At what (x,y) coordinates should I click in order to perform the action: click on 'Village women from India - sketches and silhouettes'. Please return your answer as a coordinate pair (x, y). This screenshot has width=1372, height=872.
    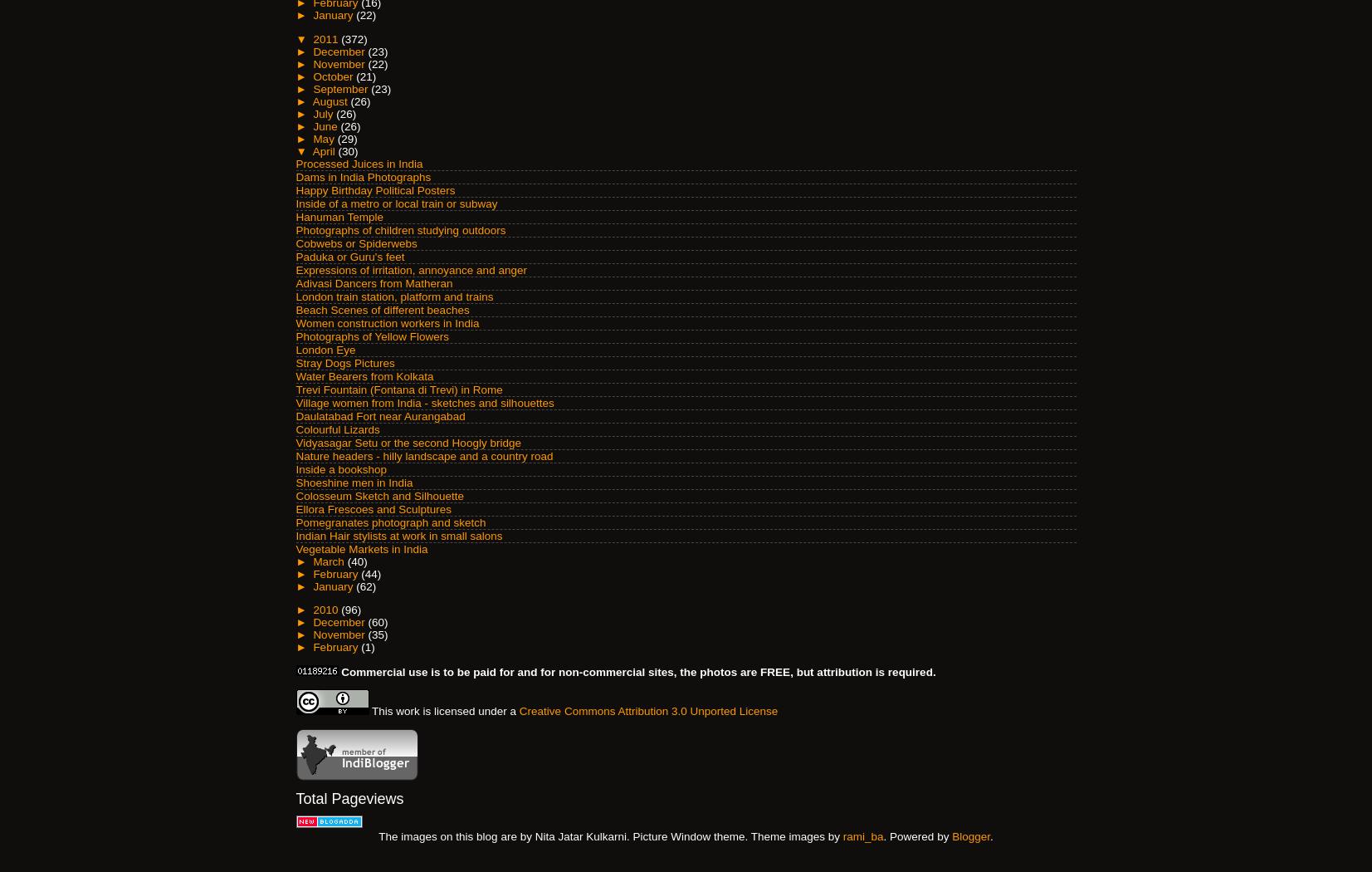
    Looking at the image, I should click on (423, 402).